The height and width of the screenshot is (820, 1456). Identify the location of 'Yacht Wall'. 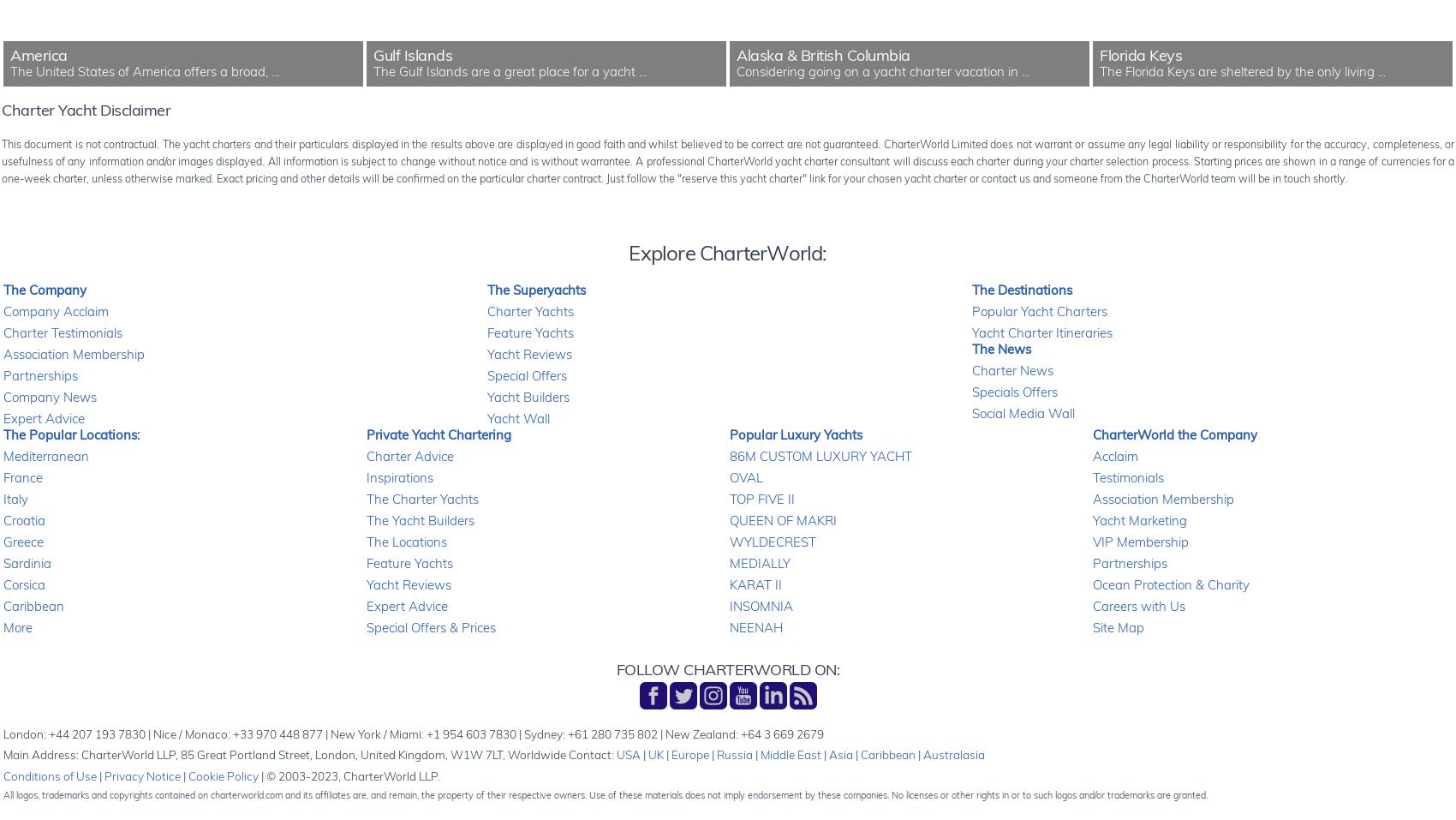
(517, 418).